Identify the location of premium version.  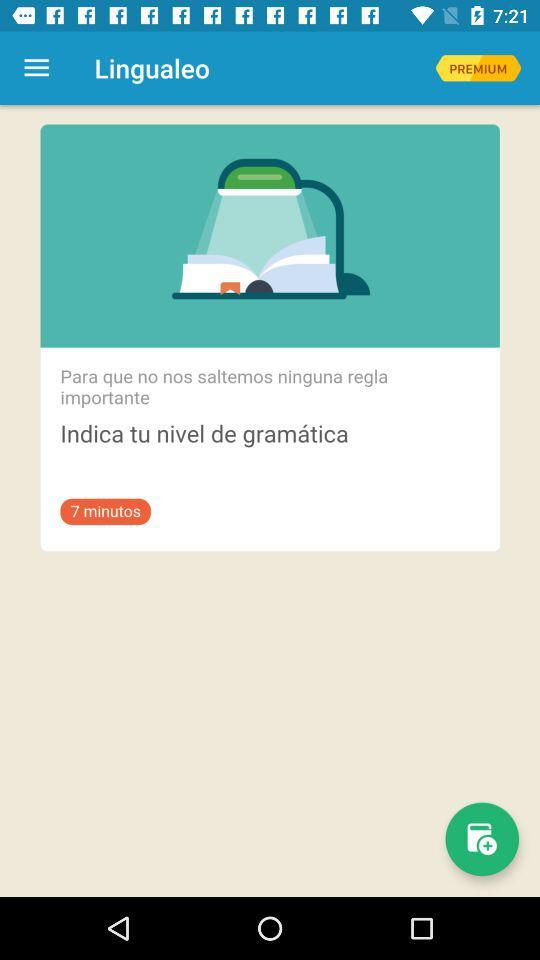
(477, 68).